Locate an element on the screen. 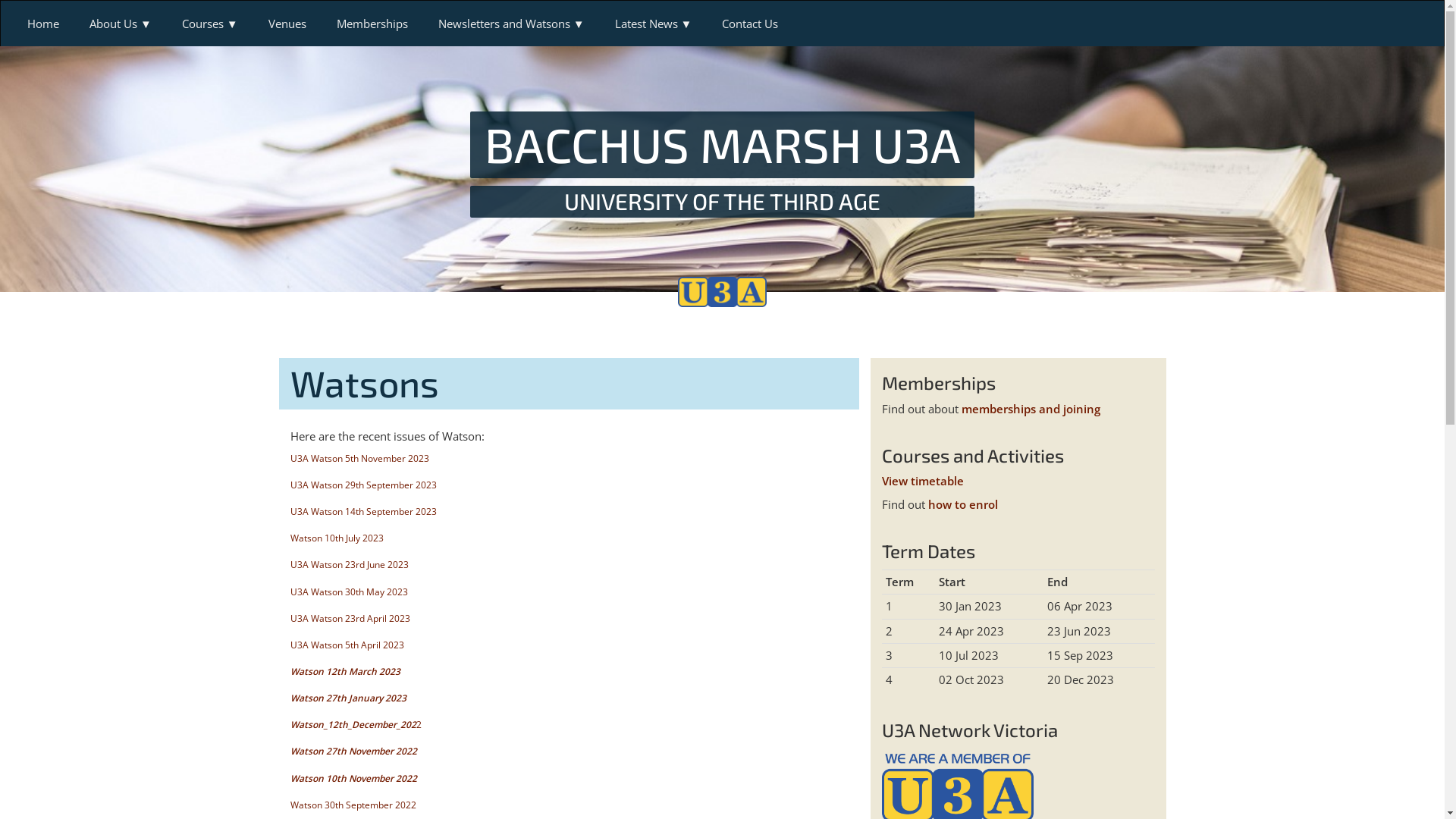 The image size is (1456, 819). 'View timetable' is located at coordinates (921, 480).